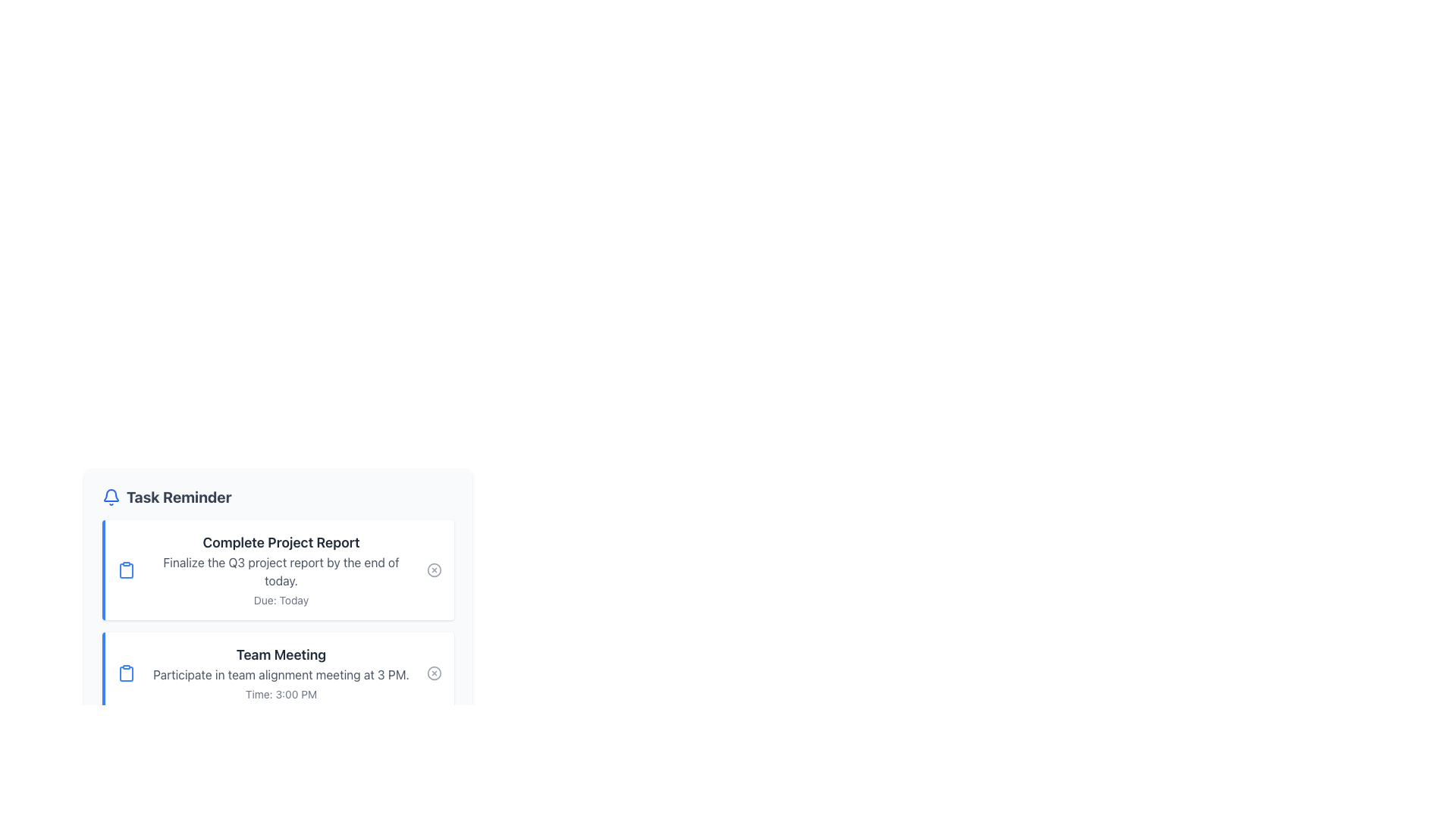  I want to click on the task title or card in the Task Overview Component, so click(278, 617).